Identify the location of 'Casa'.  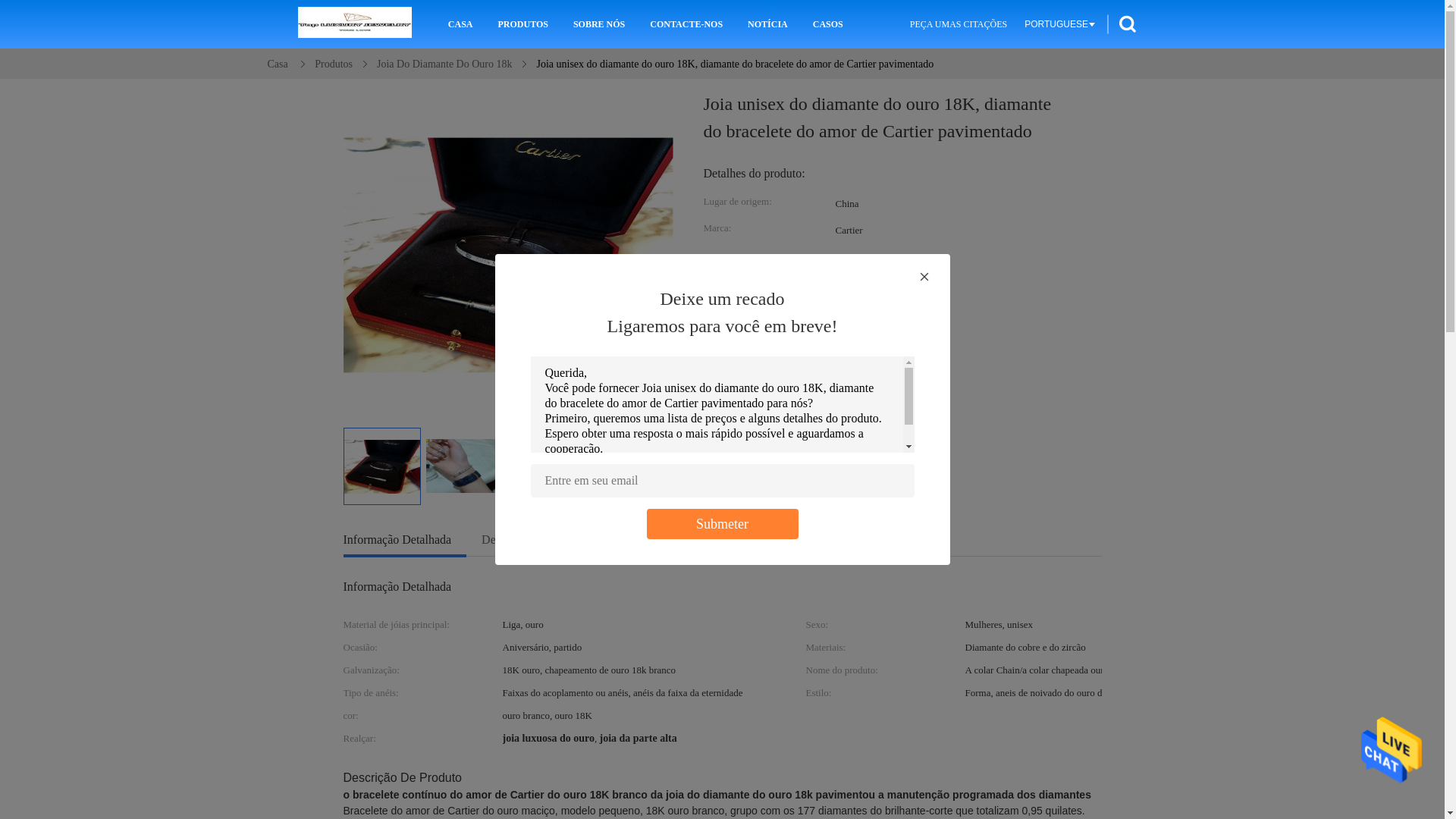
(277, 63).